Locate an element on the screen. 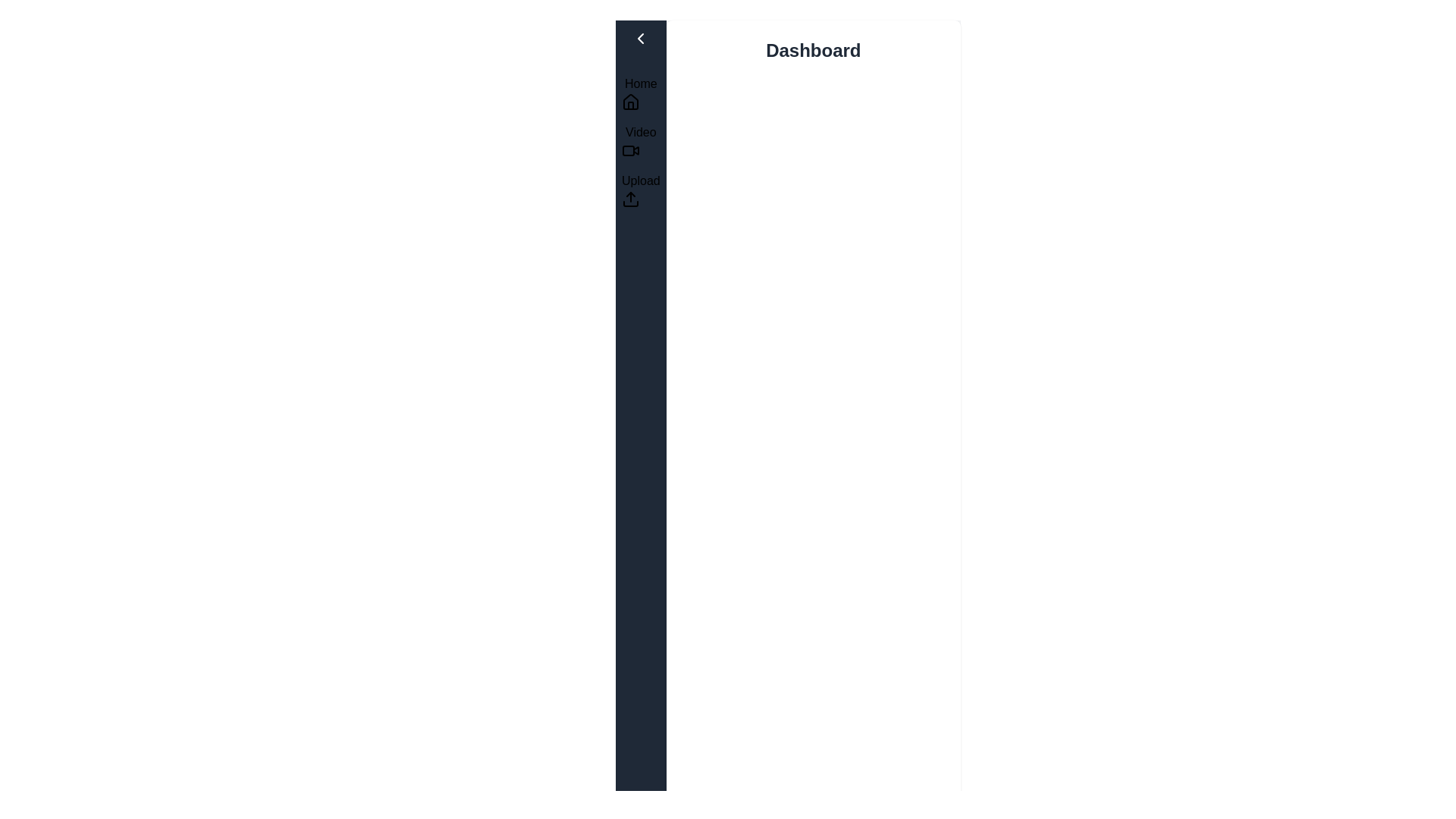  the visual representation of the recording indicator within the video camera icon, located in the middle section of the vertical navigation bar is located at coordinates (636, 149).